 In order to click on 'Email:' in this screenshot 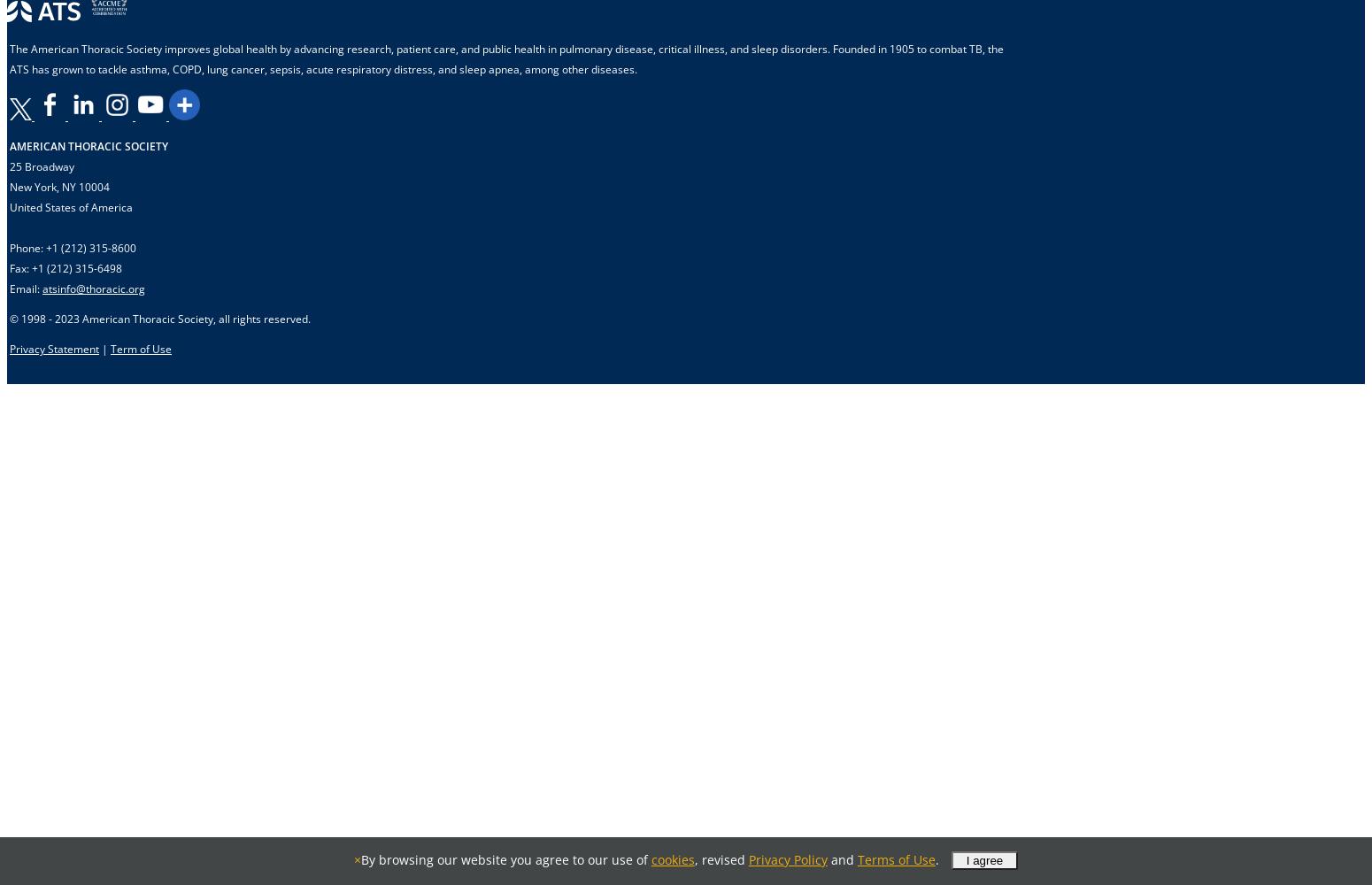, I will do `click(25, 288)`.